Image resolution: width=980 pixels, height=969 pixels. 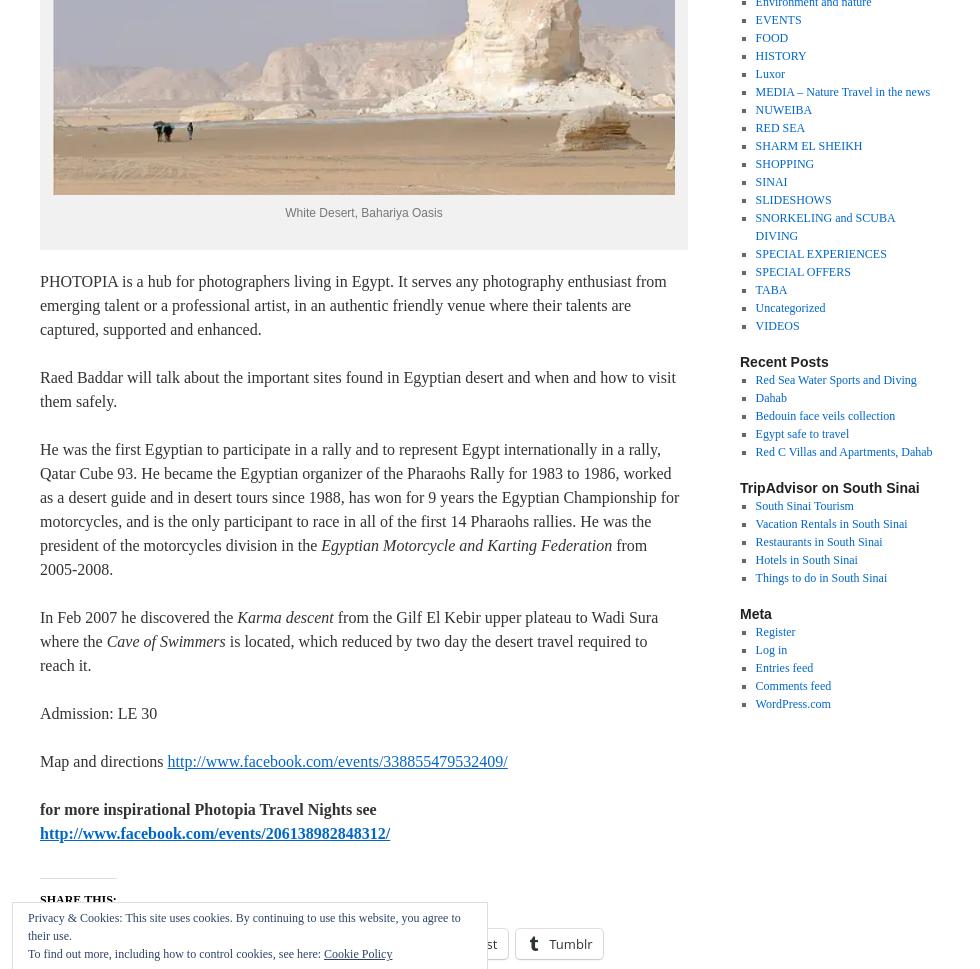 What do you see at coordinates (106, 641) in the screenshot?
I see `'Cave of Swimmers'` at bounding box center [106, 641].